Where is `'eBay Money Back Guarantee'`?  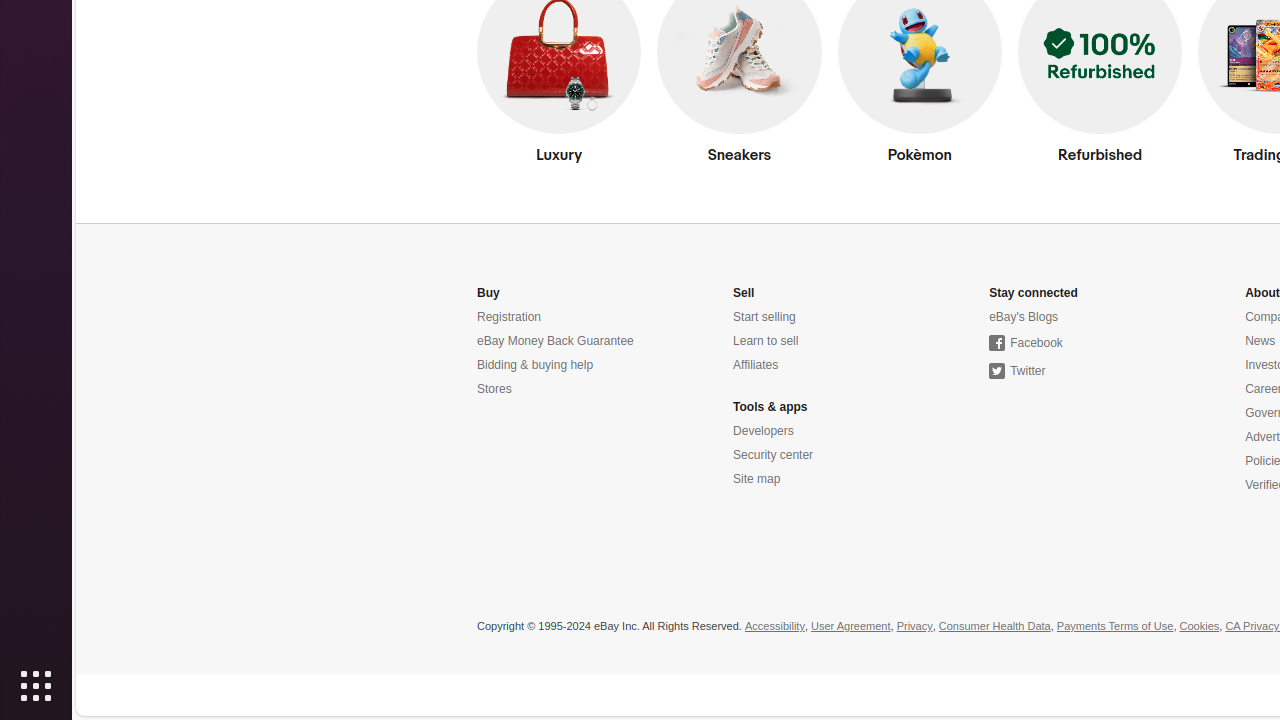 'eBay Money Back Guarantee' is located at coordinates (555, 340).